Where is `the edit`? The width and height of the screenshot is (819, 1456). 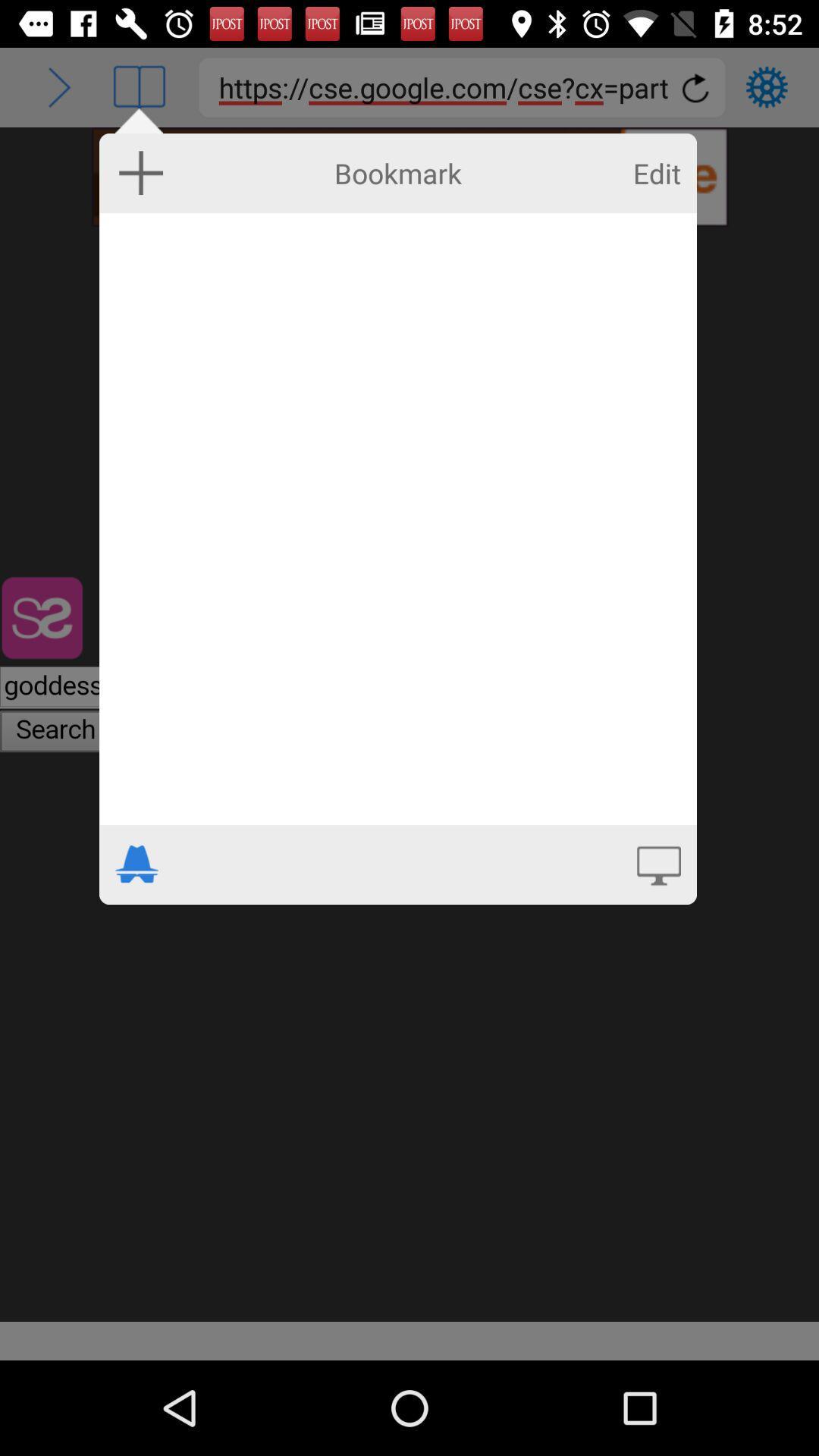
the edit is located at coordinates (656, 173).